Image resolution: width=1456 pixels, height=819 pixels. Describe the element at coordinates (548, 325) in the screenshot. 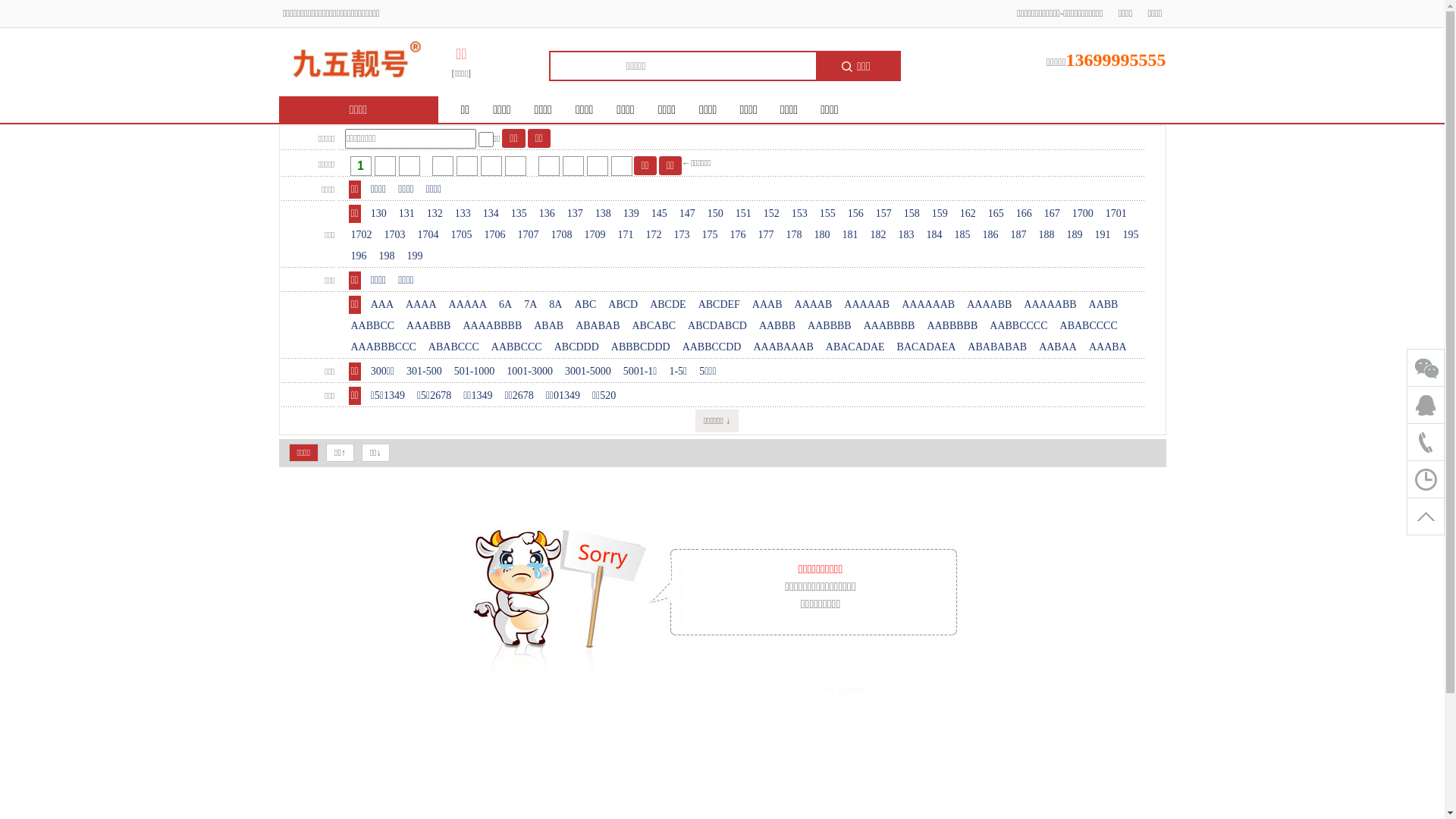

I see `'ABAB'` at that location.